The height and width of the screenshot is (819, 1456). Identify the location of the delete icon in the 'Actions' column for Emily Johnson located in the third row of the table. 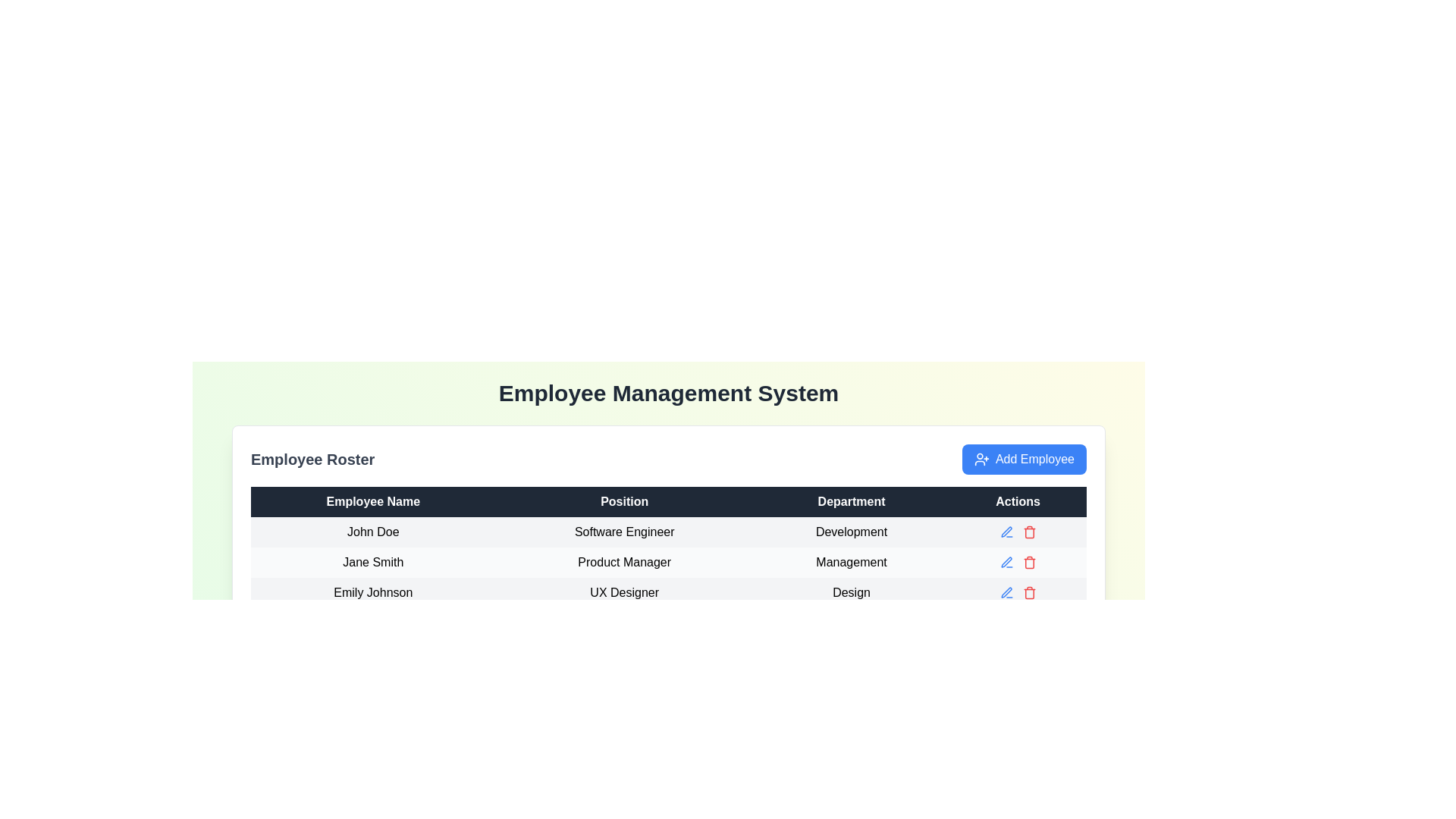
(1029, 592).